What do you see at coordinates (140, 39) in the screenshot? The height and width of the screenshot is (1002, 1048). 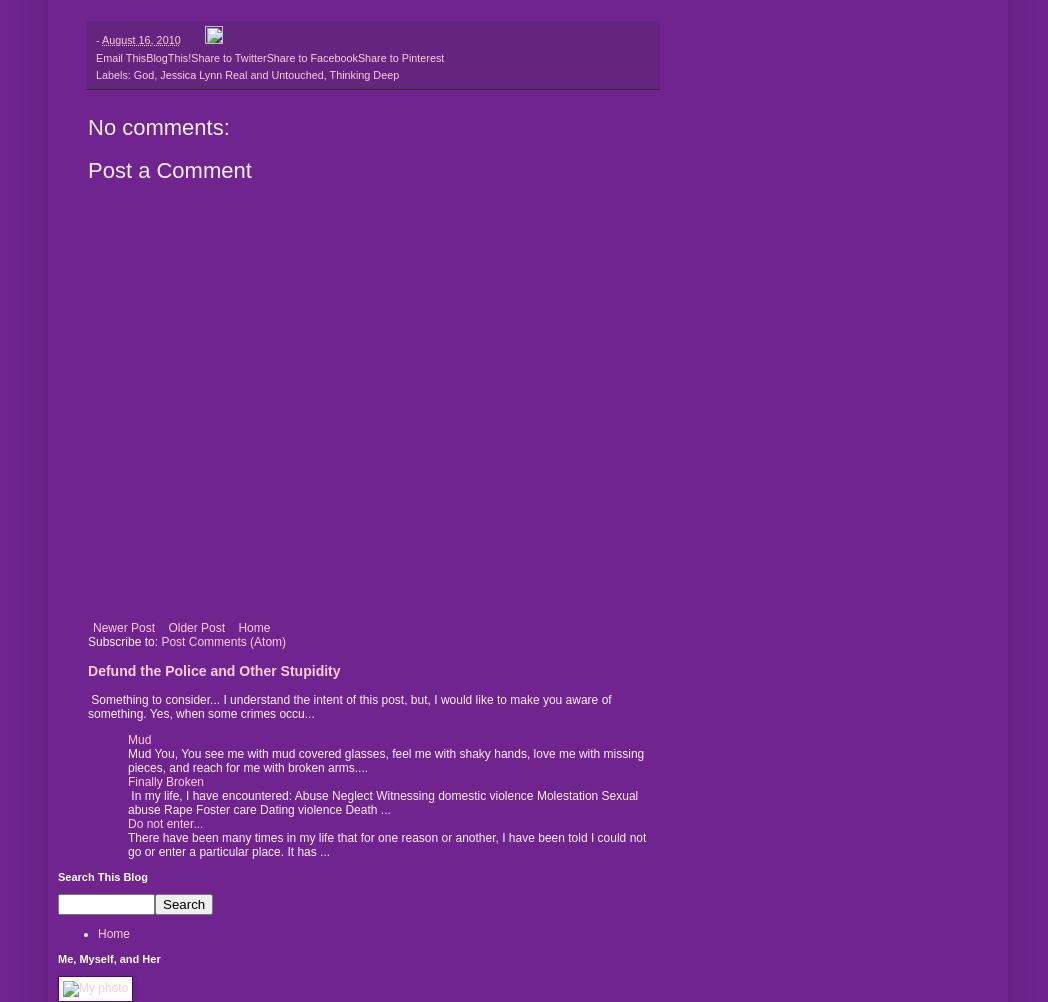 I see `'August 16, 2010'` at bounding box center [140, 39].